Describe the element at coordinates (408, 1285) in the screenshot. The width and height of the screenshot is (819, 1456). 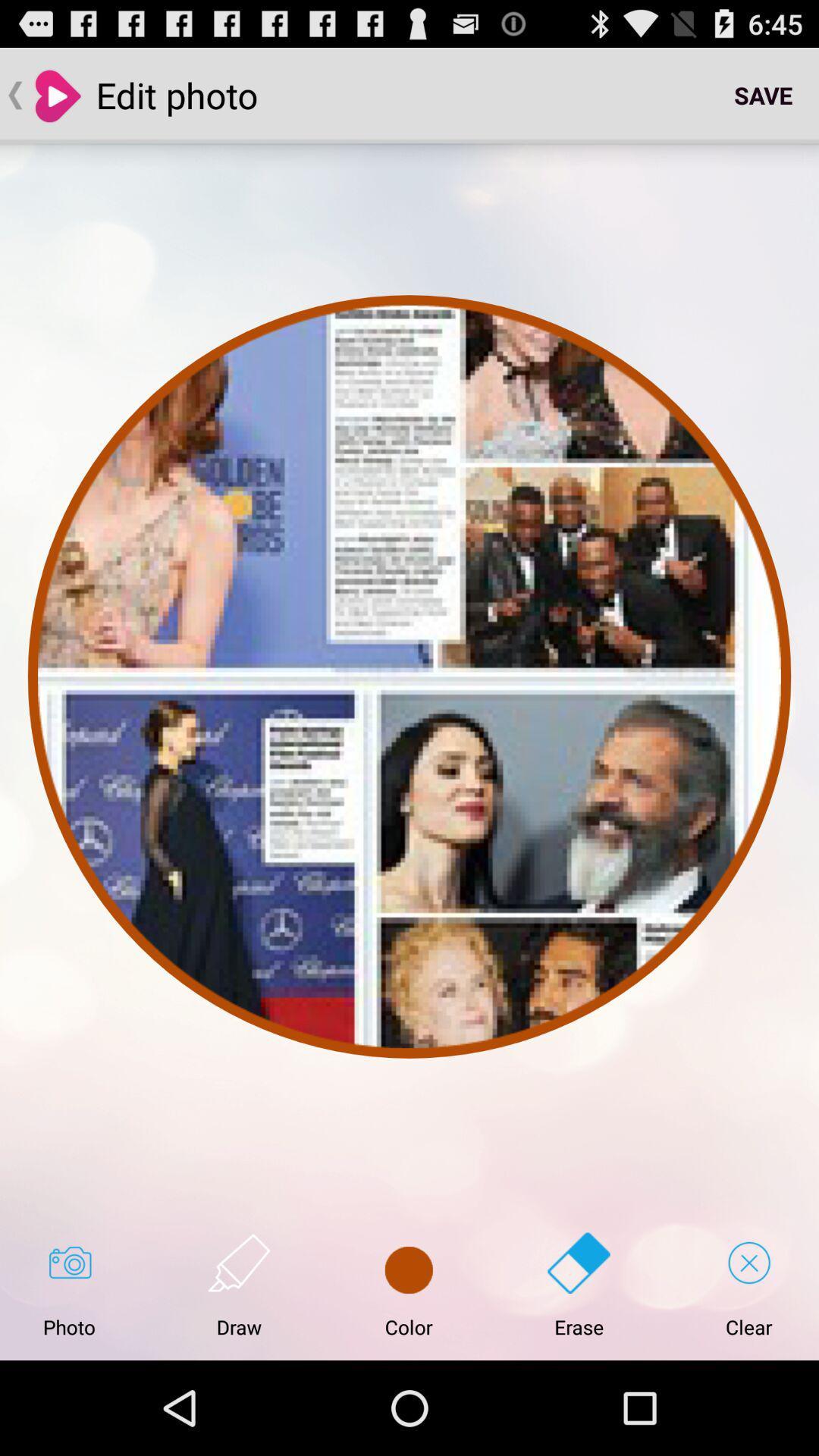
I see `button next to the draw button` at that location.